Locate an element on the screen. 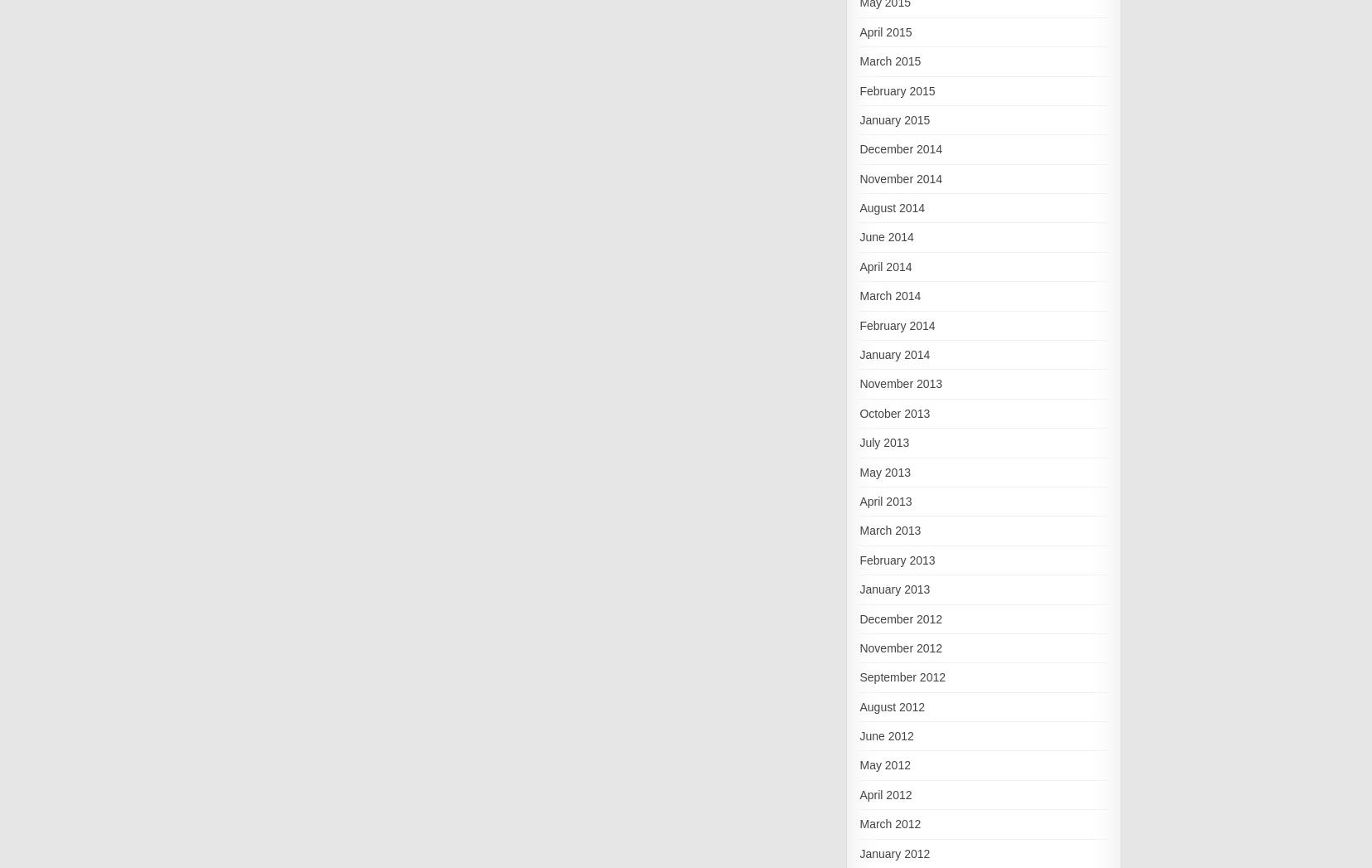  'January 2015' is located at coordinates (859, 118).